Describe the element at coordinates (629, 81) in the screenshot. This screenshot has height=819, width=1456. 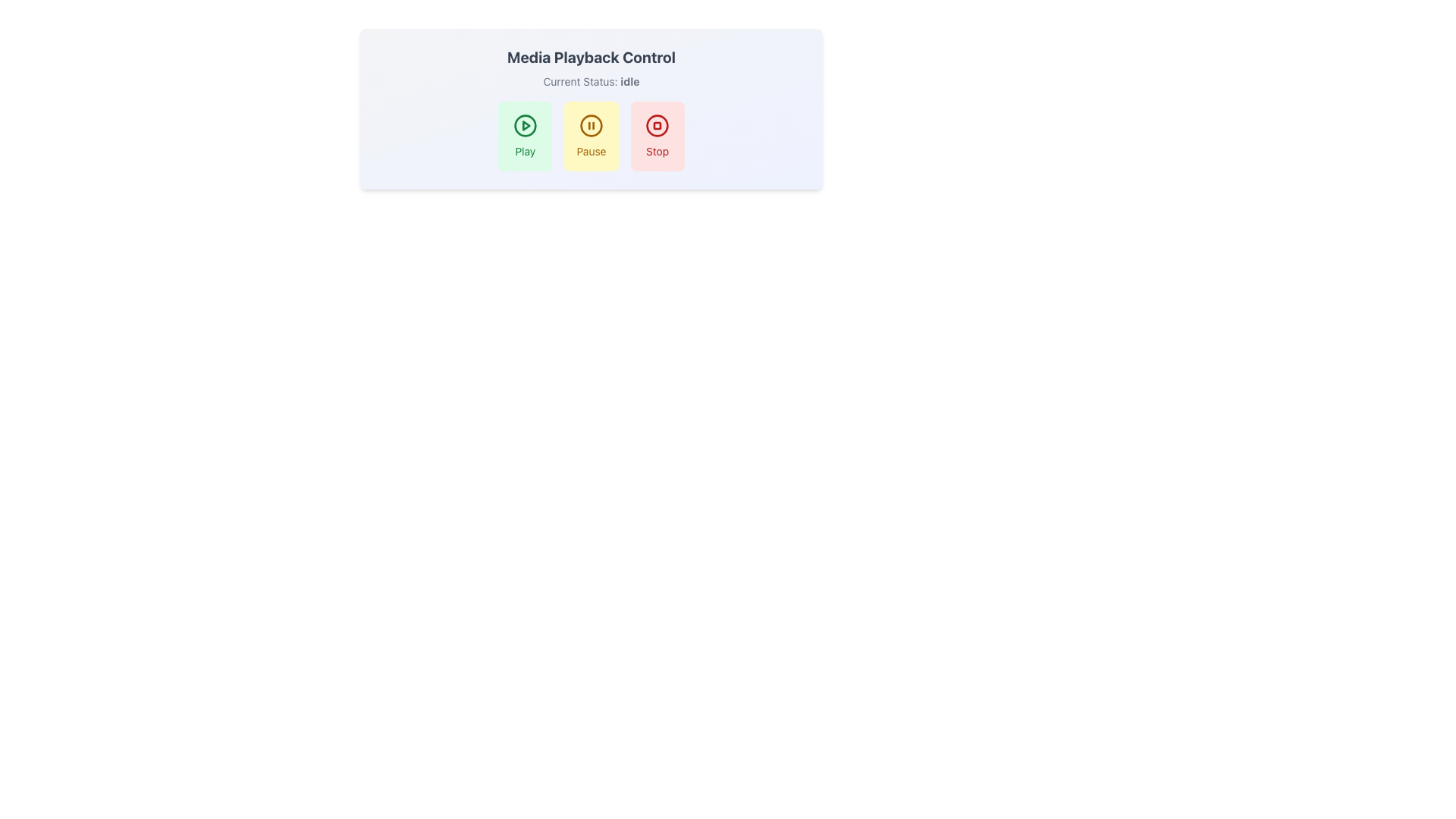
I see `the 'idle' label, which indicates the current status as 'idle' and is located to the right of 'Current Status:' in the Media Playback Control section` at that location.